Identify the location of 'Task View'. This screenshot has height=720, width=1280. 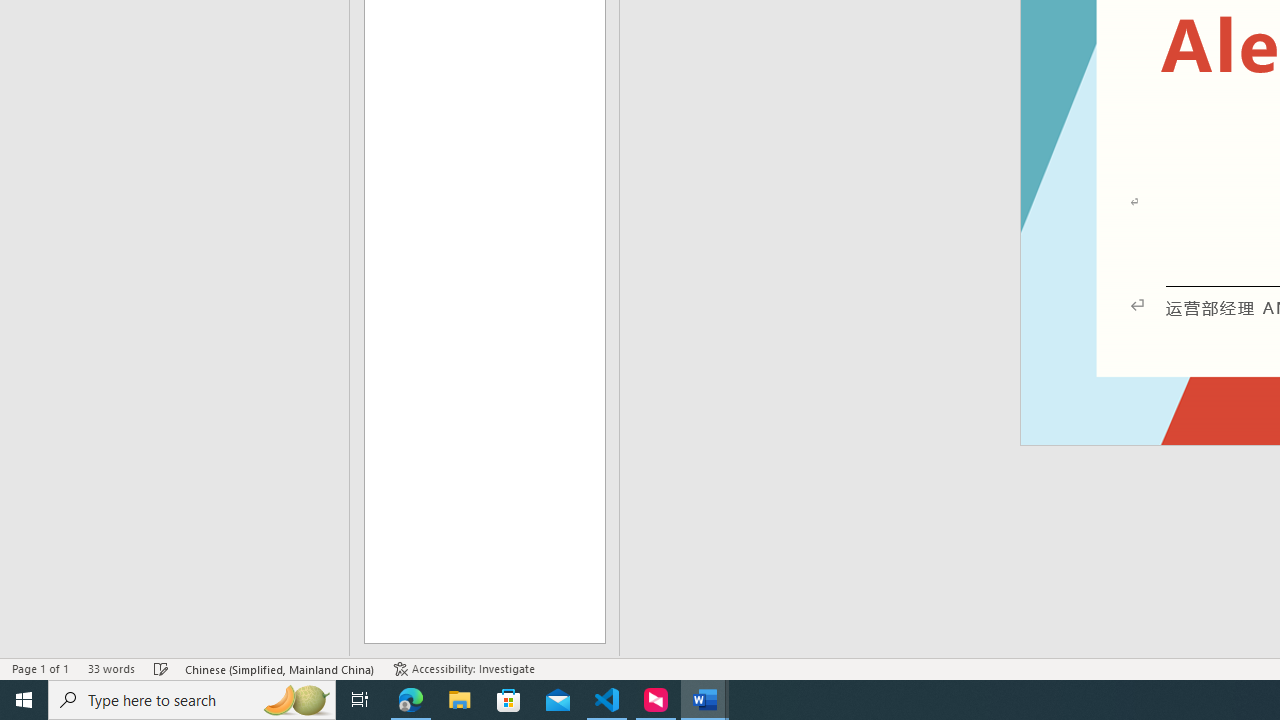
(359, 698).